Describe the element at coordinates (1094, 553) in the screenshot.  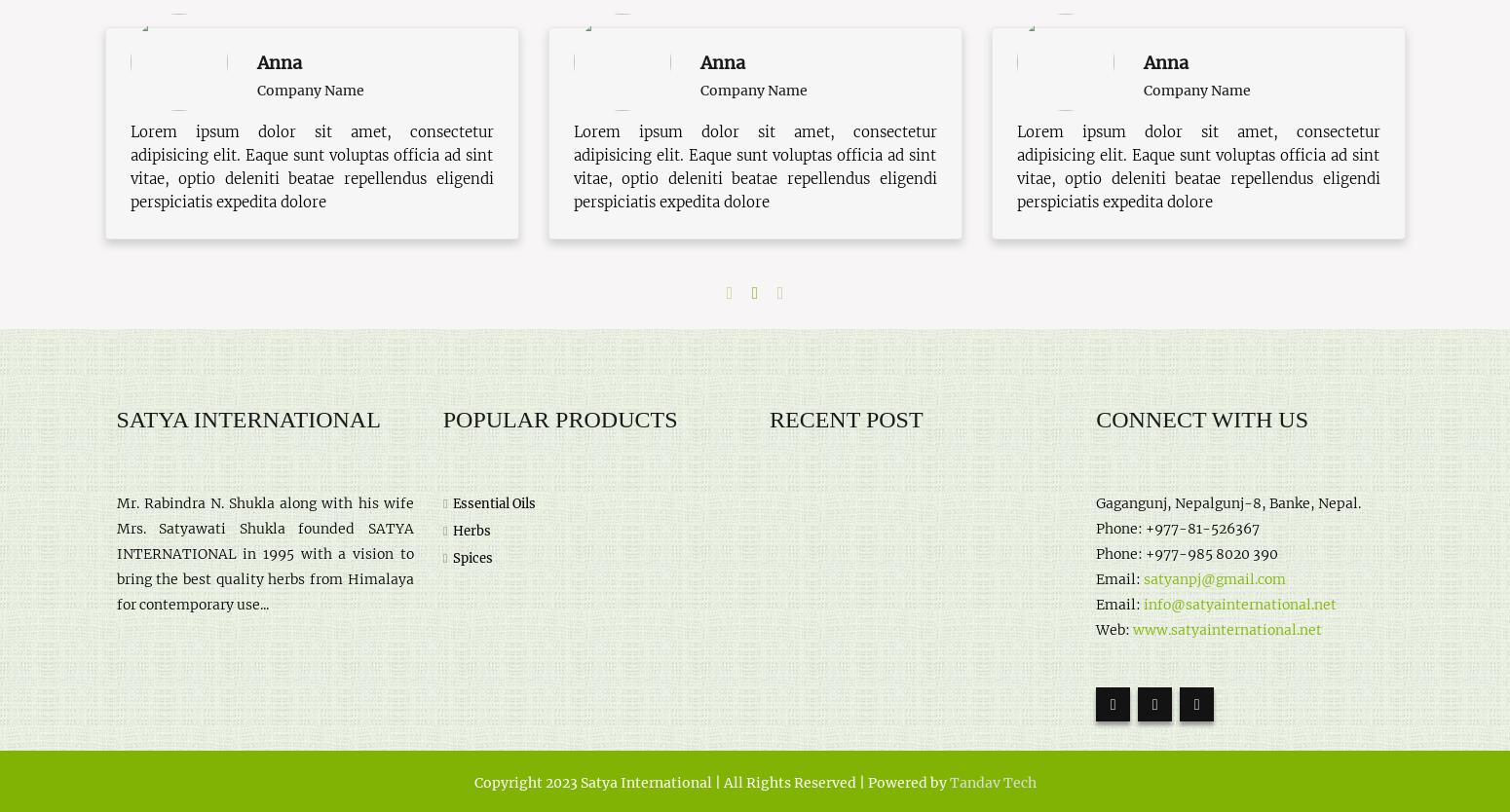
I see `'Phone: +977-985 8020 390'` at that location.